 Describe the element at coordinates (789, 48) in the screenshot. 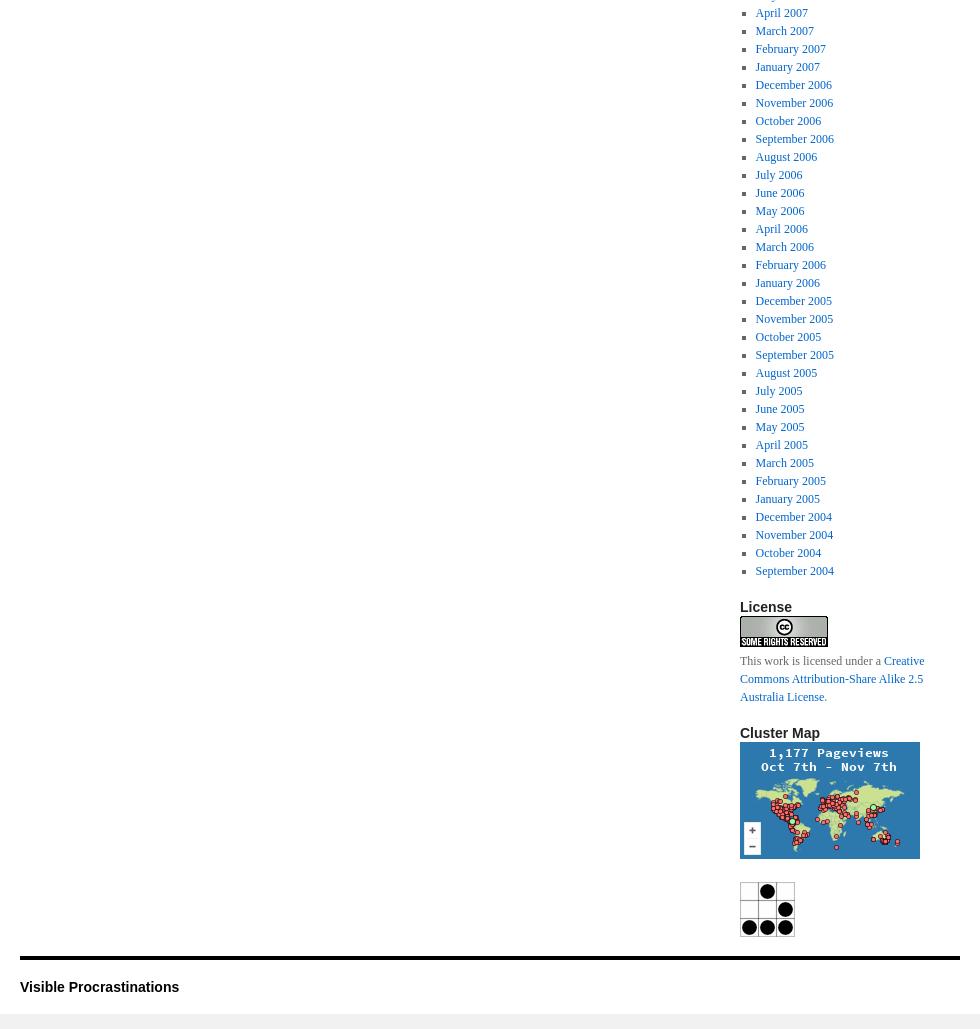

I see `'February 2007'` at that location.